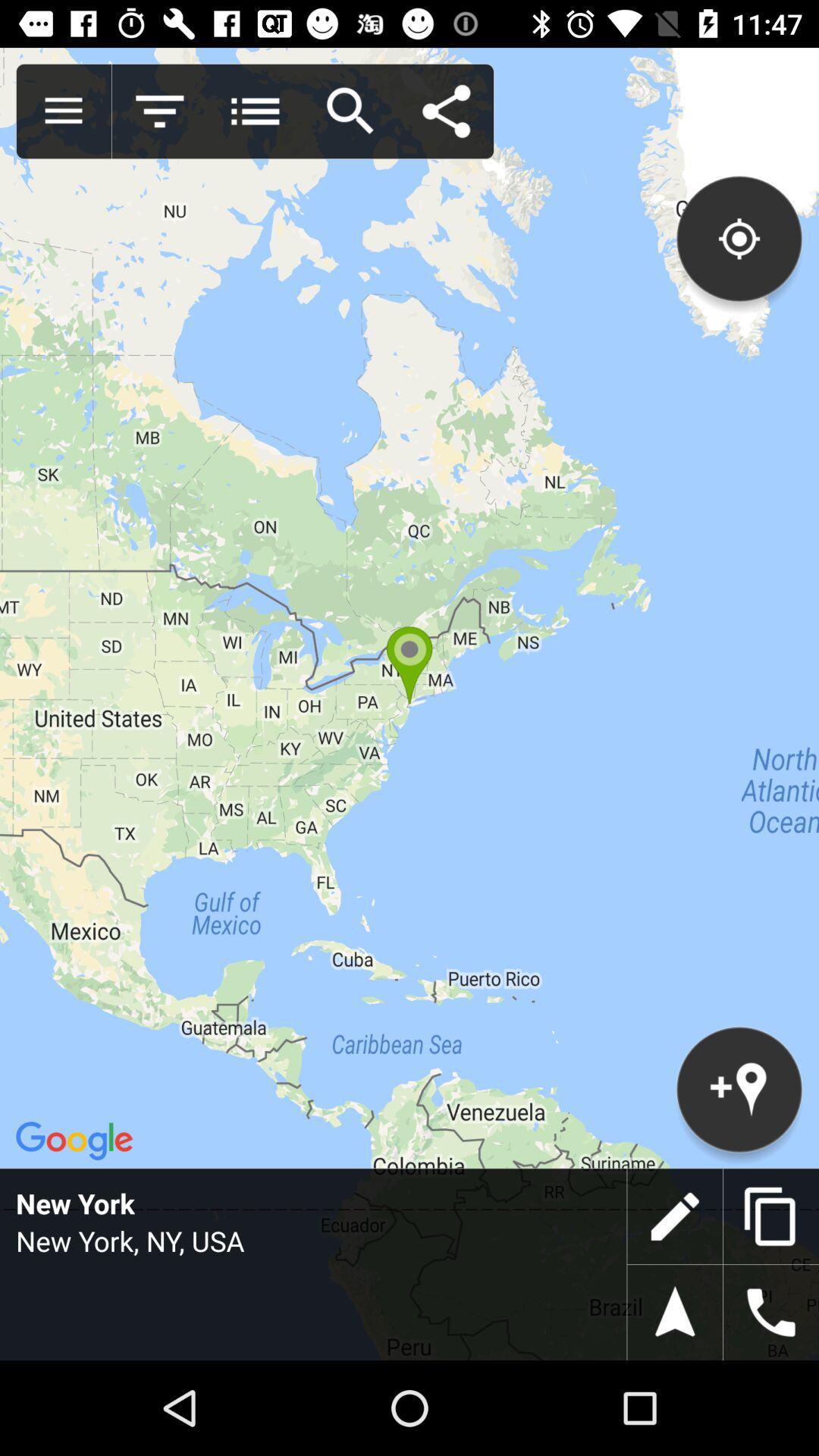 Image resolution: width=819 pixels, height=1456 pixels. Describe the element at coordinates (771, 1312) in the screenshot. I see `open phone` at that location.